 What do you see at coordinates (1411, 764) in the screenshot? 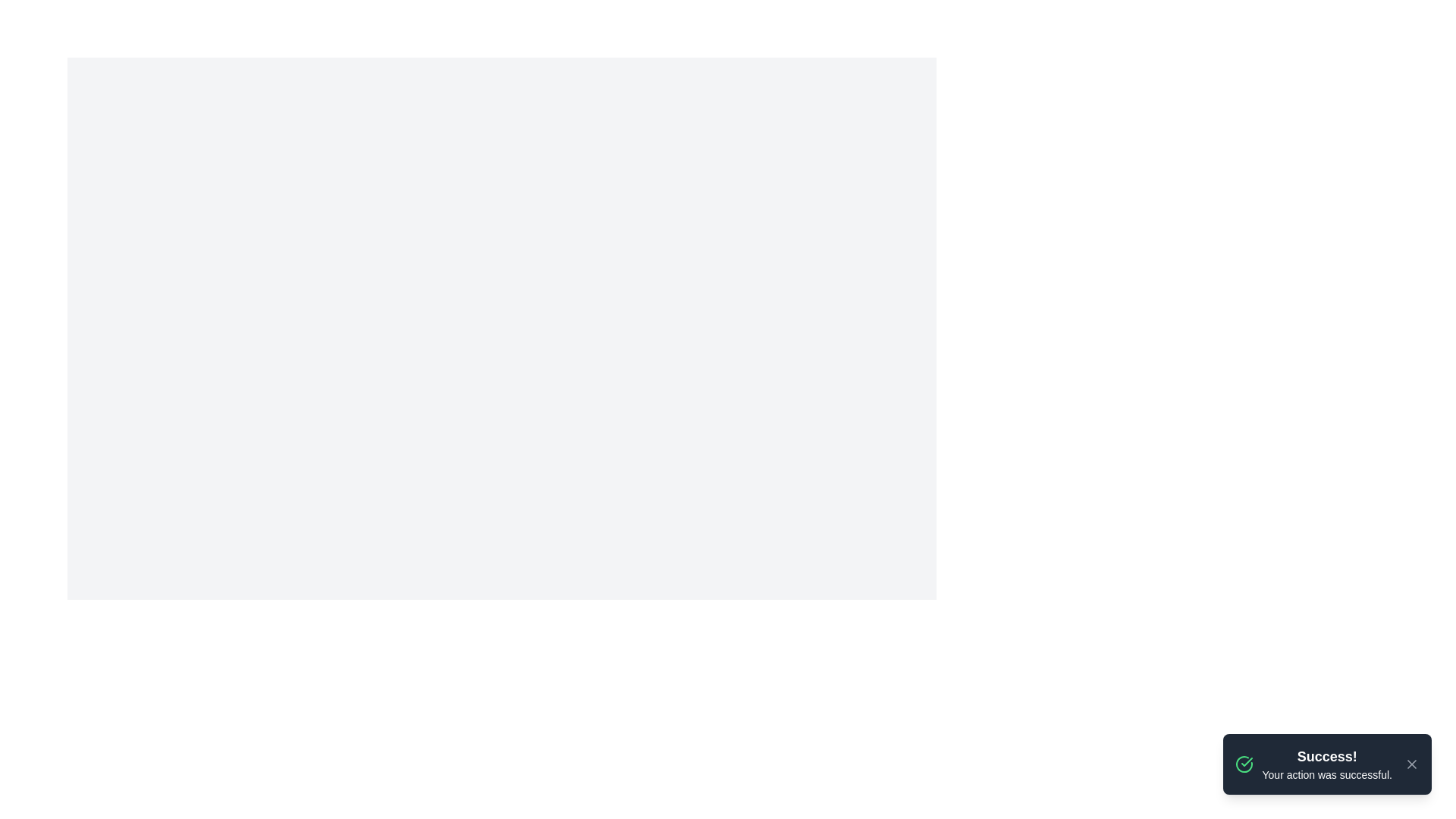
I see `the dismiss button located in the bottom right corner of the notification pane` at bounding box center [1411, 764].